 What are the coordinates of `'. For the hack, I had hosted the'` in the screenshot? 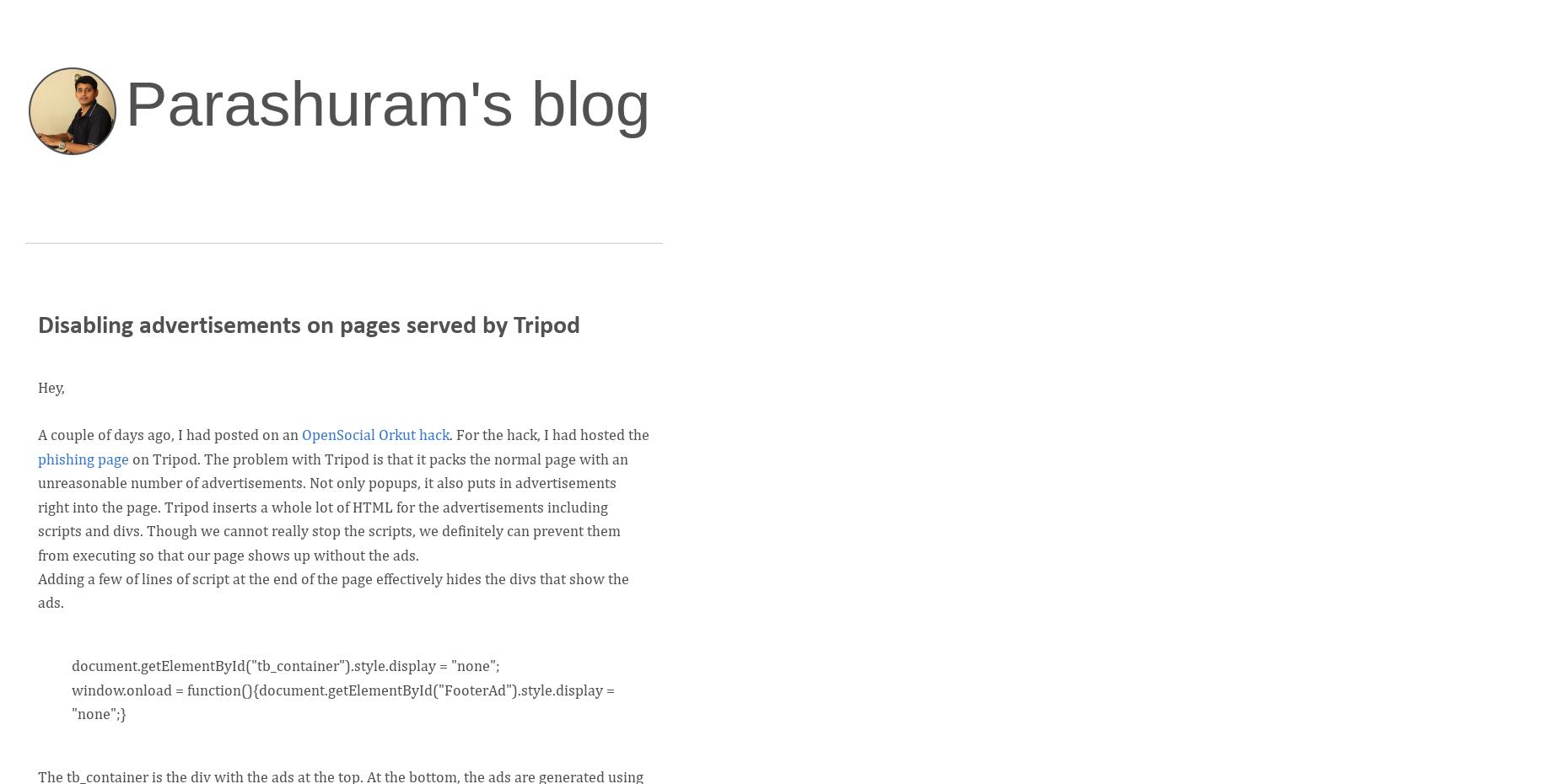 It's located at (549, 434).